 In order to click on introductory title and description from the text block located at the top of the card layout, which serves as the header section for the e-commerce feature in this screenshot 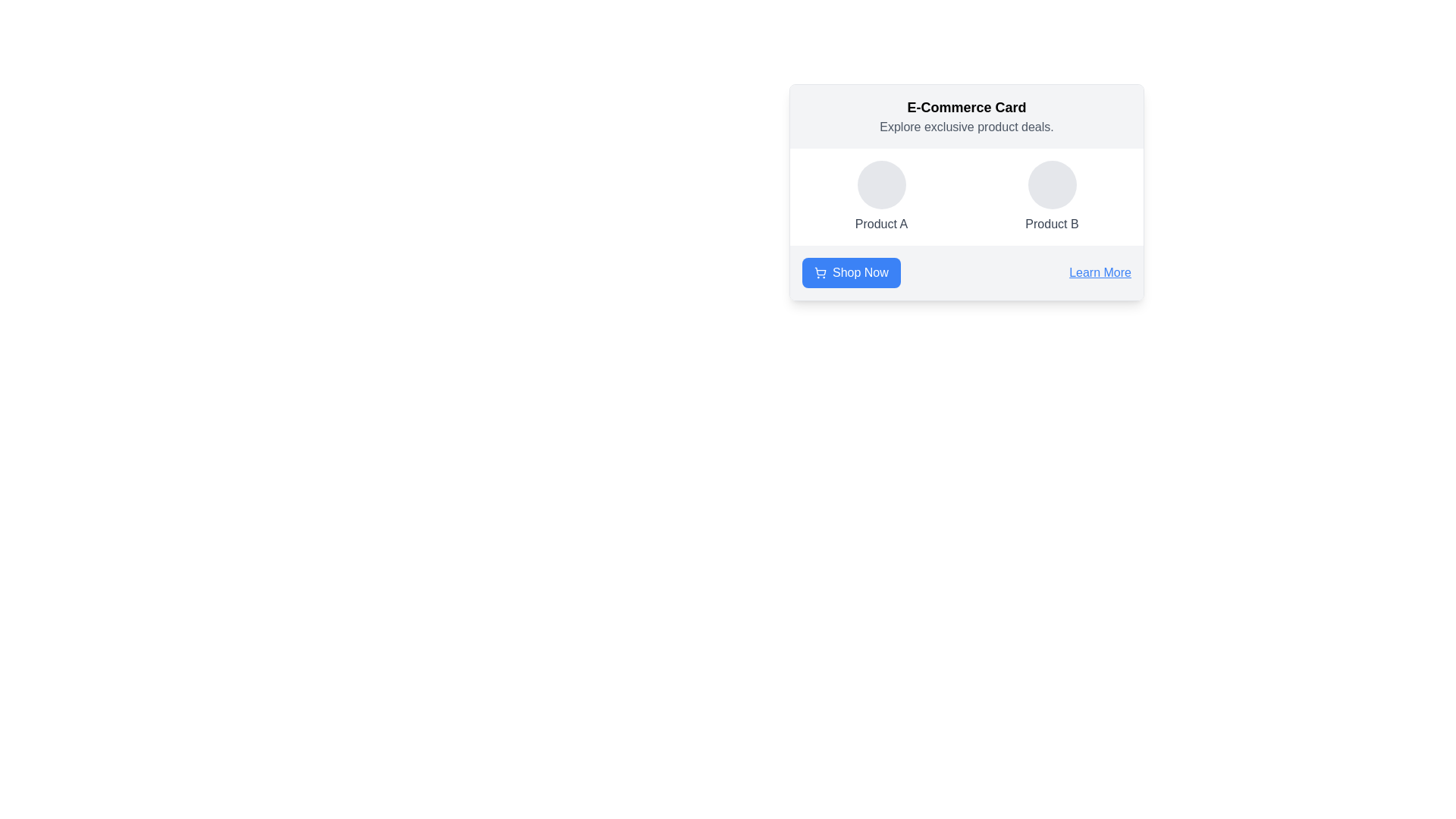, I will do `click(966, 116)`.